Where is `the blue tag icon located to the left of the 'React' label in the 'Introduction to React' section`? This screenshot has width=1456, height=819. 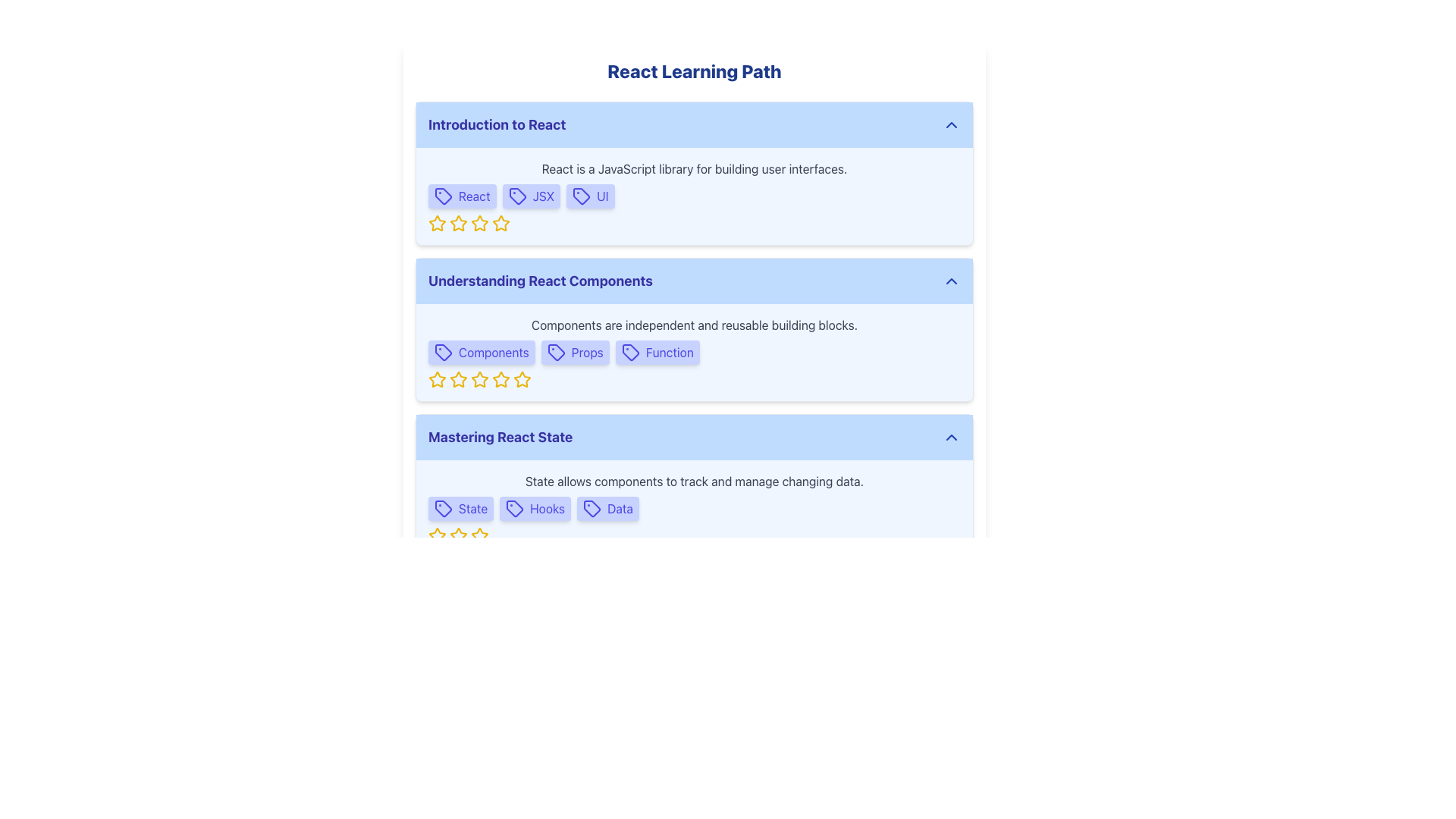 the blue tag icon located to the left of the 'React' label in the 'Introduction to React' section is located at coordinates (443, 195).